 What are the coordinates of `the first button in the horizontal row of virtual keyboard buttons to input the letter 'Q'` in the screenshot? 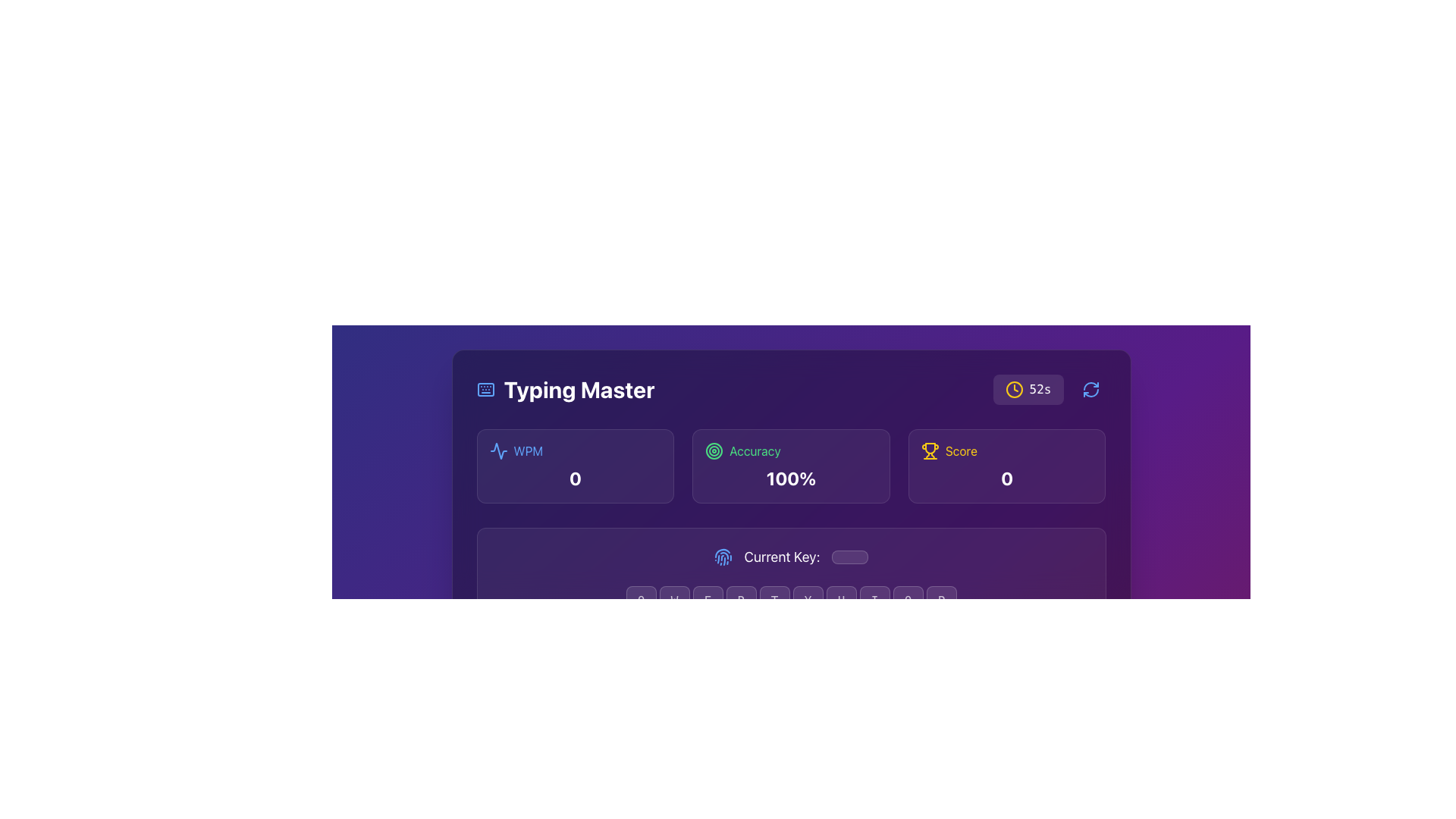 It's located at (641, 601).